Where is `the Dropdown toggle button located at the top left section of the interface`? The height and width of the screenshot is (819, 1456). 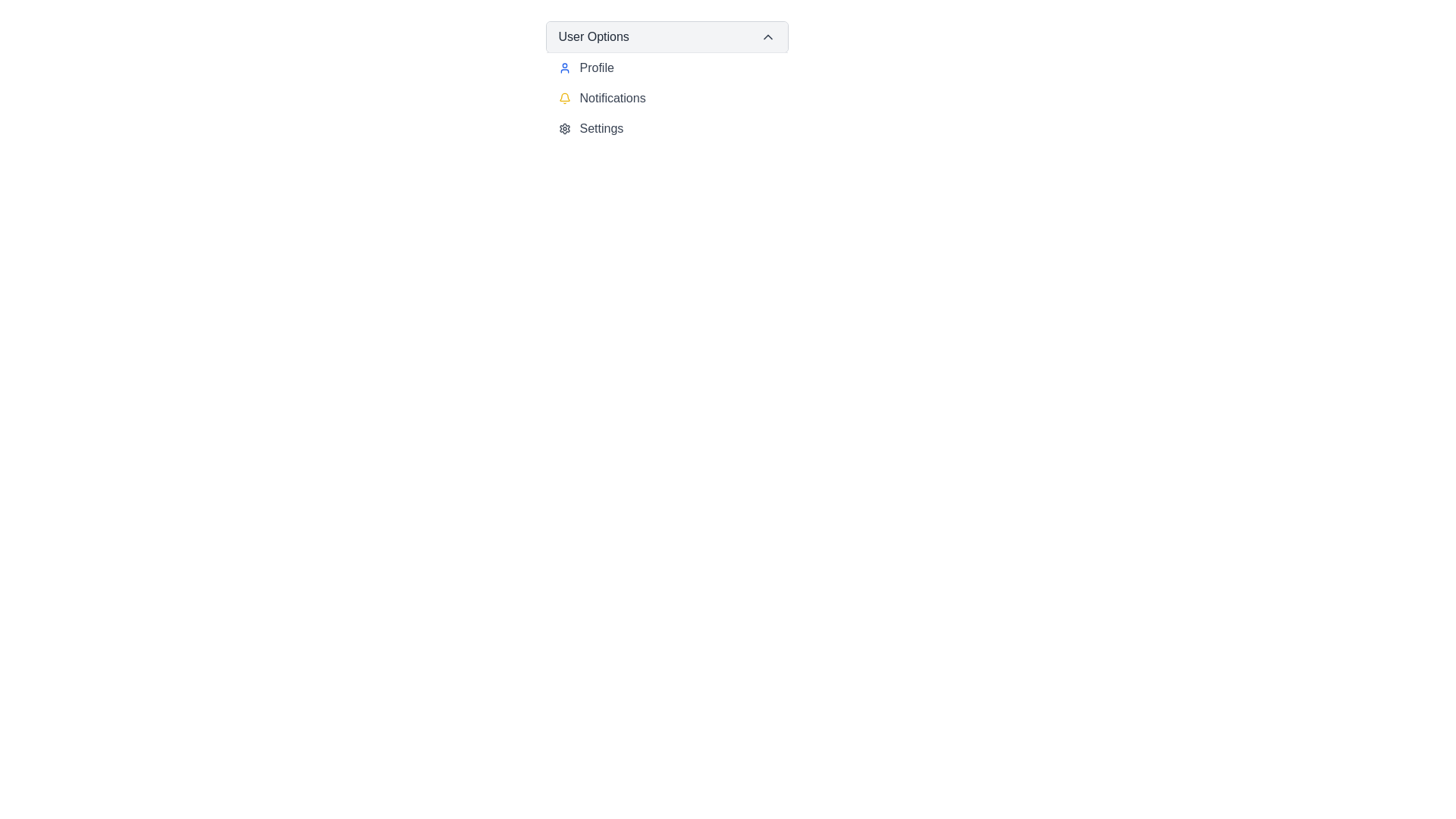
the Dropdown toggle button located at the top left section of the interface is located at coordinates (667, 36).